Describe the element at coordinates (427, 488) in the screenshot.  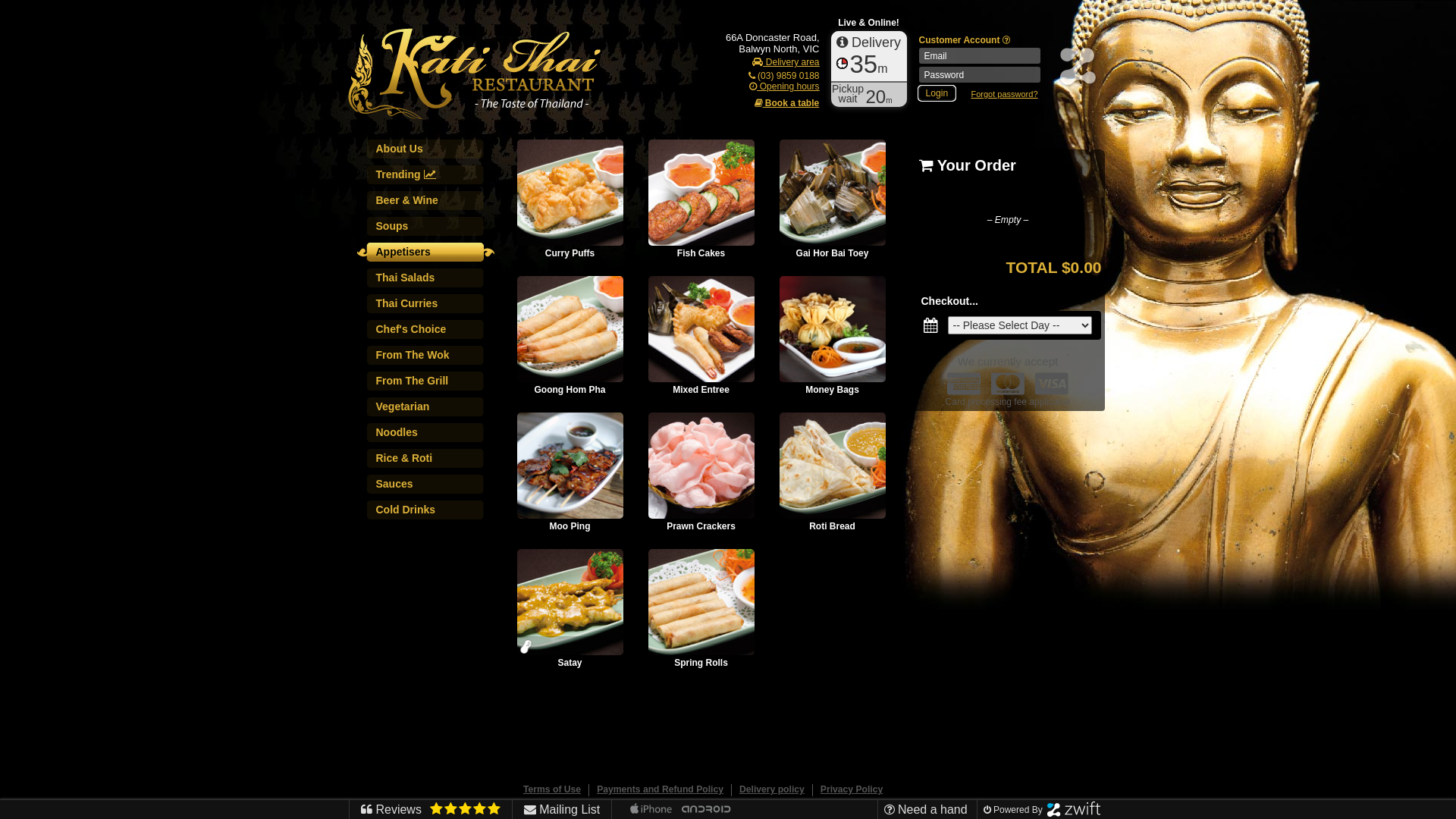
I see `'Sauces'` at that location.